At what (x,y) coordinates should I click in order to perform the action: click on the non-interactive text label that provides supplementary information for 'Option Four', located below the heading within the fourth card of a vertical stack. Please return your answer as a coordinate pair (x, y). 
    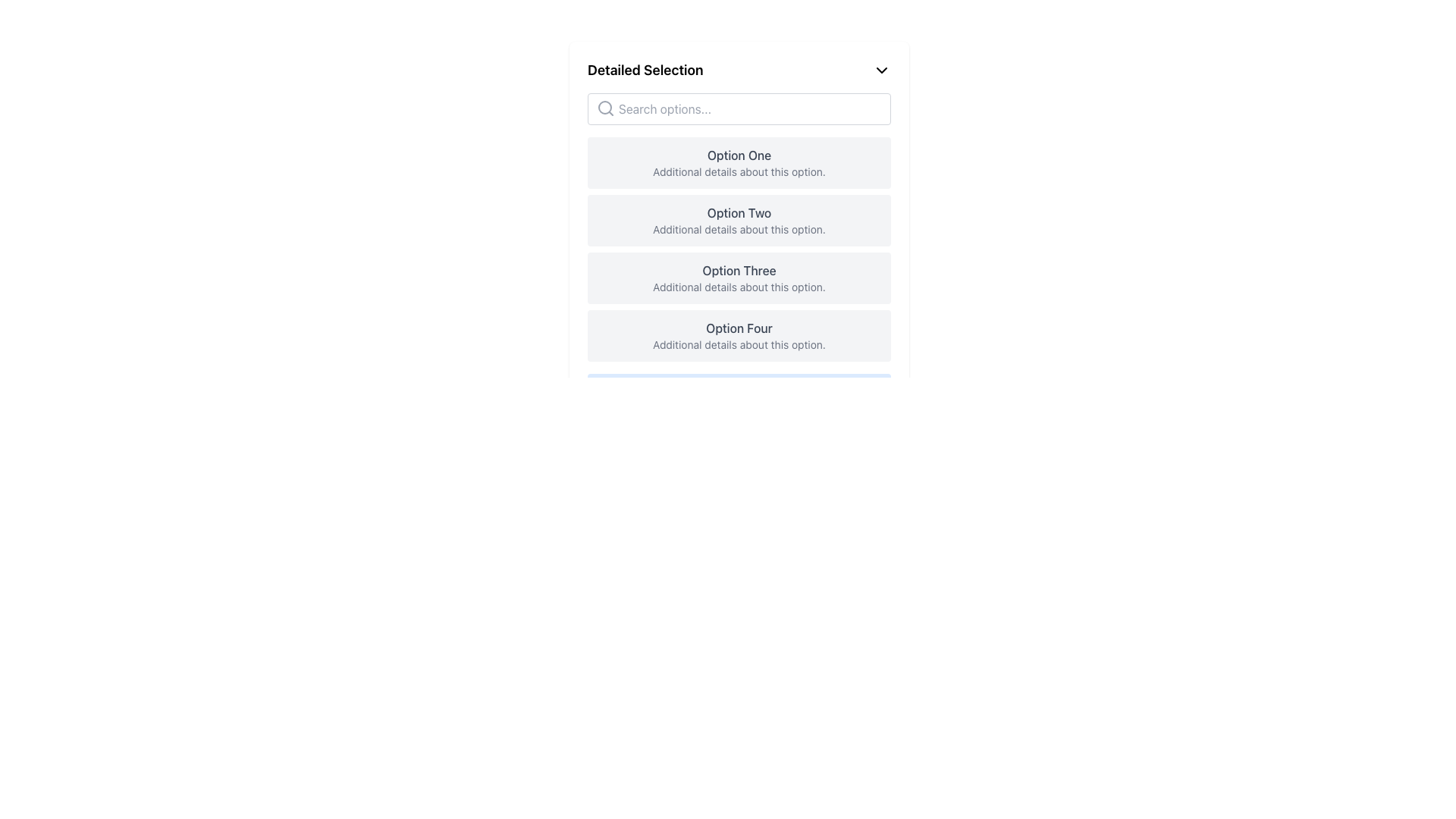
    Looking at the image, I should click on (739, 345).